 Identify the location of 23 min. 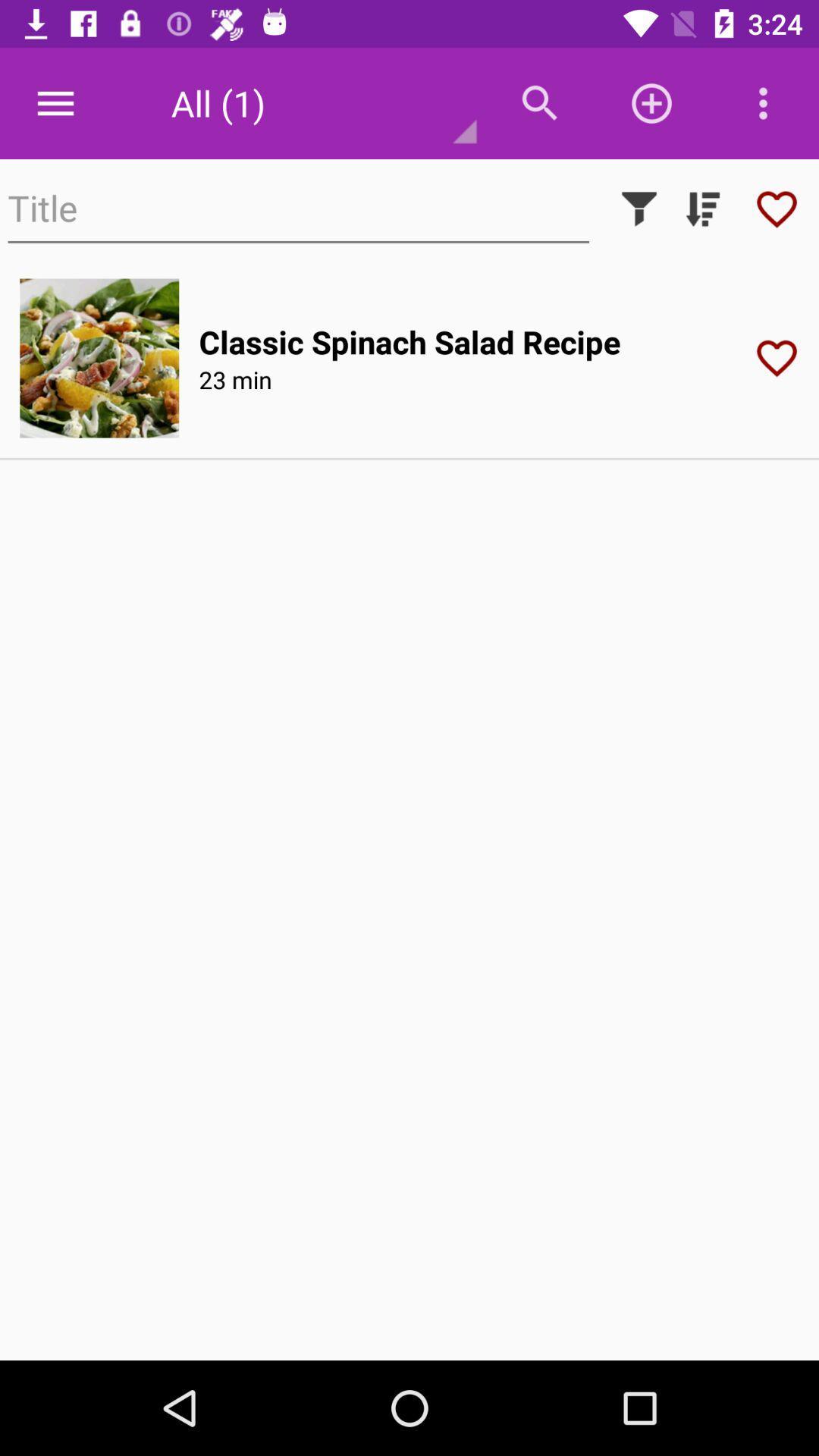
(235, 379).